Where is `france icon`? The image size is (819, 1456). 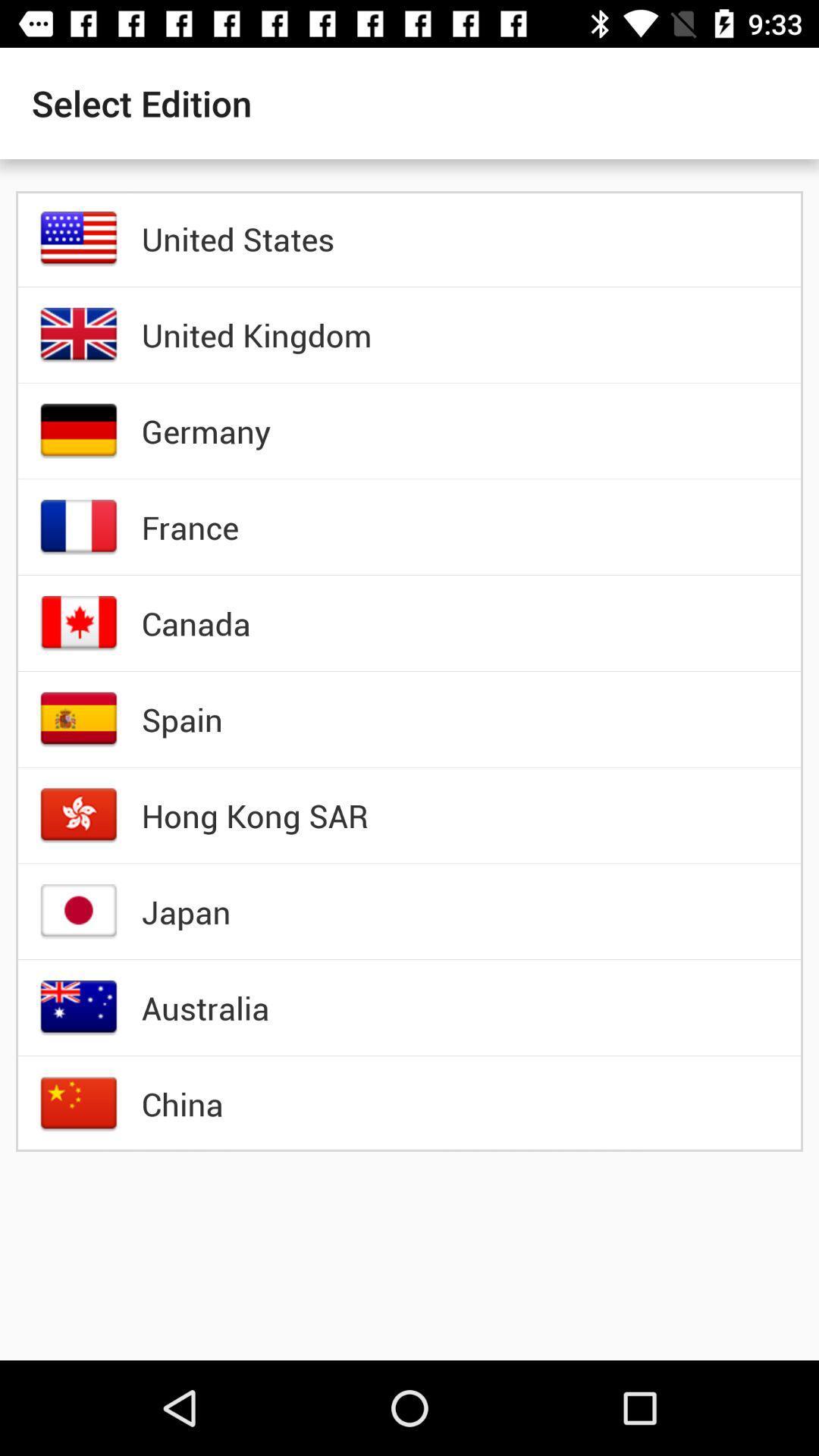 france icon is located at coordinates (189, 527).